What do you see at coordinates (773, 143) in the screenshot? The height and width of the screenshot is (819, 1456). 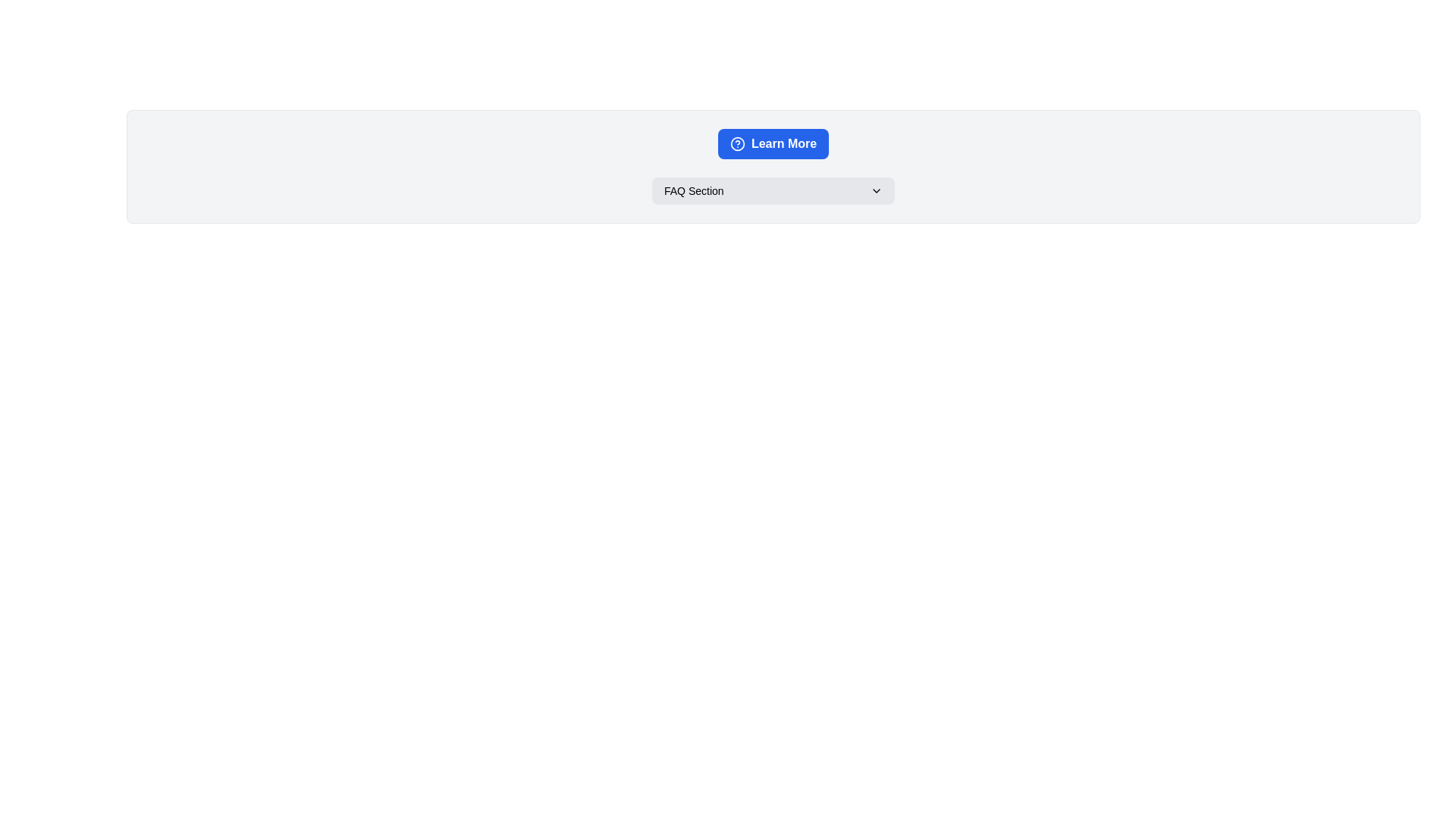 I see `the information button located above the 'FAQ Section' dropdown` at bounding box center [773, 143].